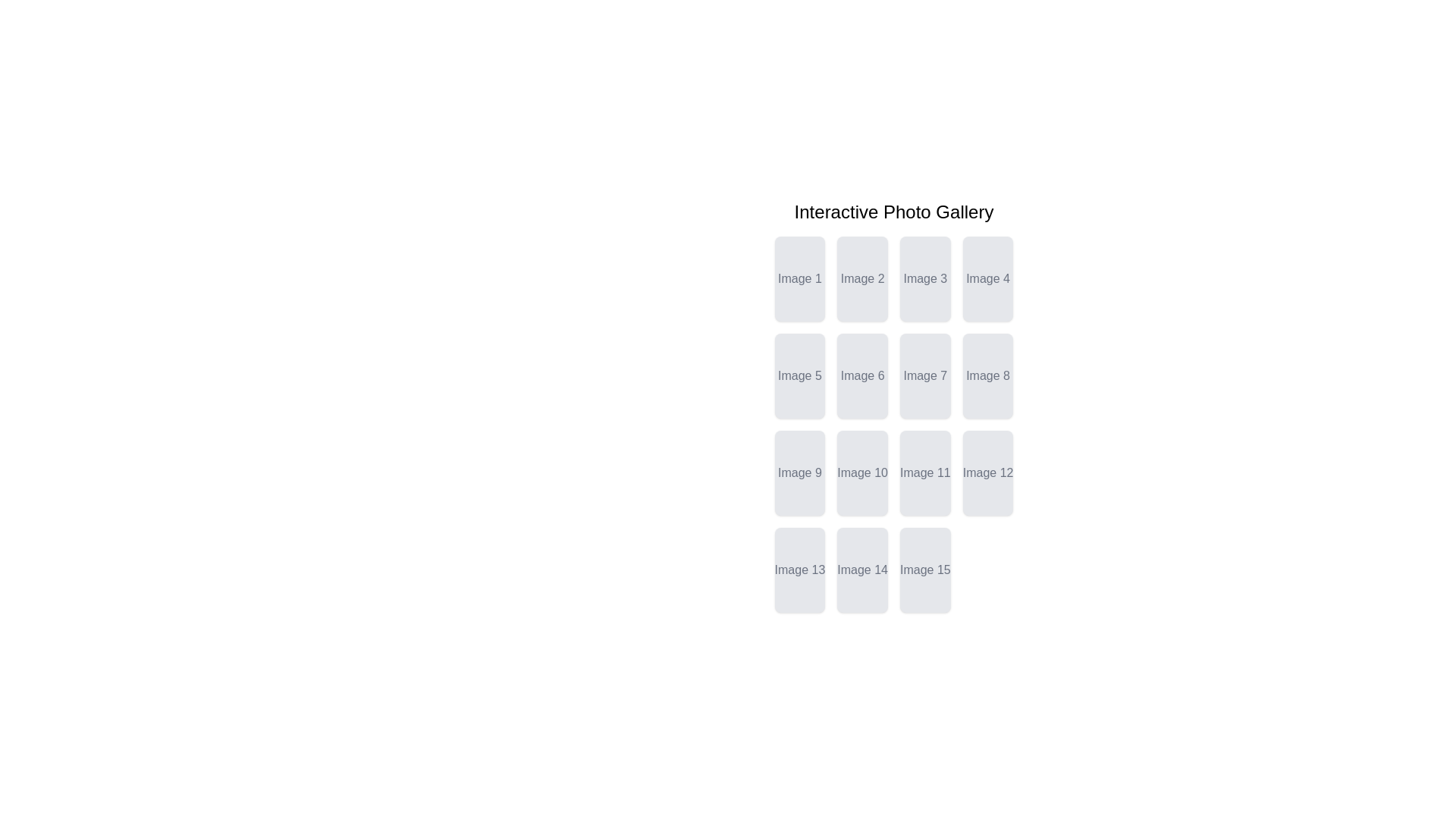  Describe the element at coordinates (795, 573) in the screenshot. I see `the heart icon to like or favorite the item, which is the leftmost component of the button labeled '0' located below 'Image 13'` at that location.